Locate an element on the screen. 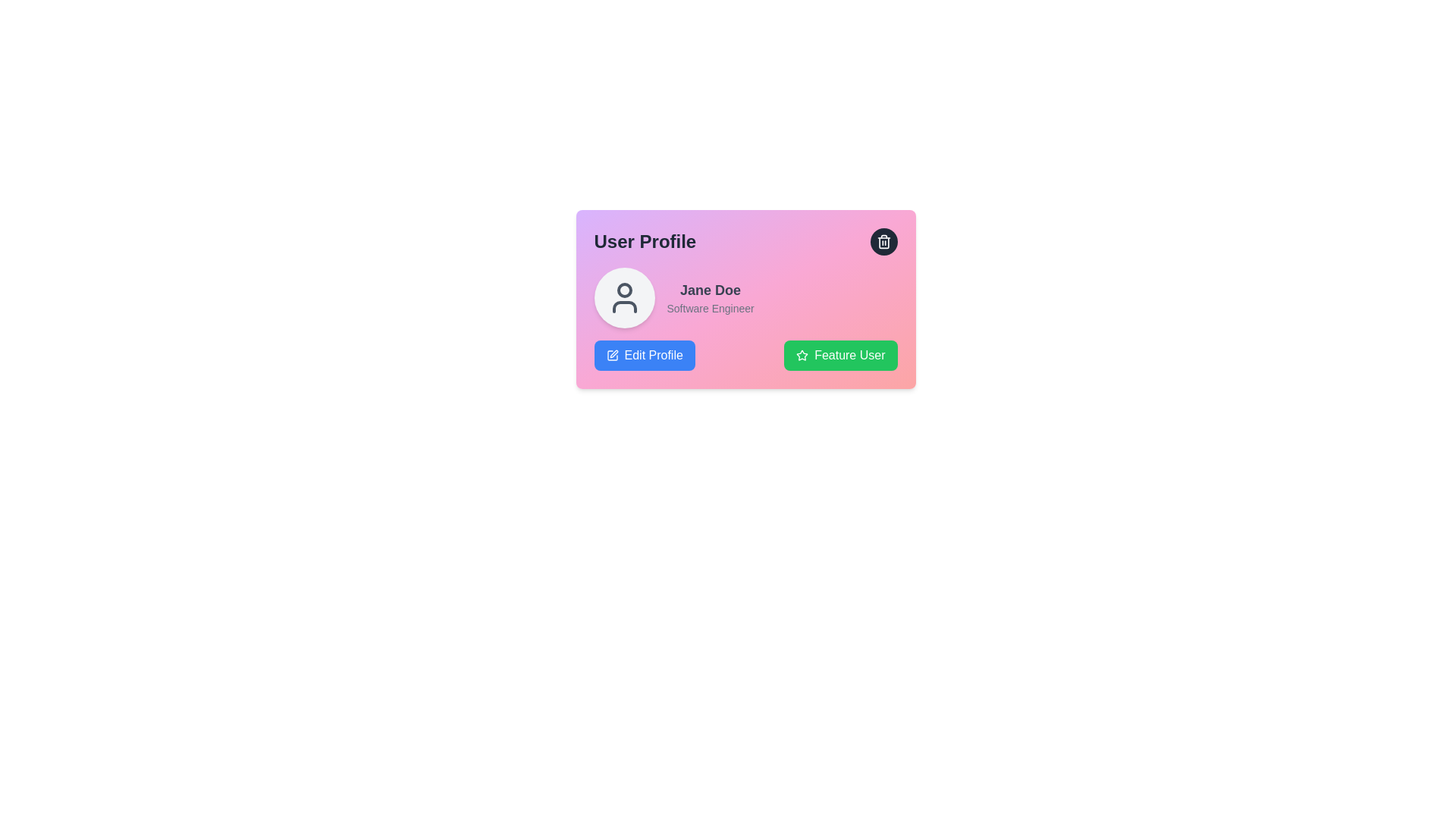 This screenshot has height=819, width=1456. text block that provides information about the user's profile details, including the name and role, located in the user profile card above the buttons labeled 'Edit Profile' and 'Feature User' is located at coordinates (710, 298).